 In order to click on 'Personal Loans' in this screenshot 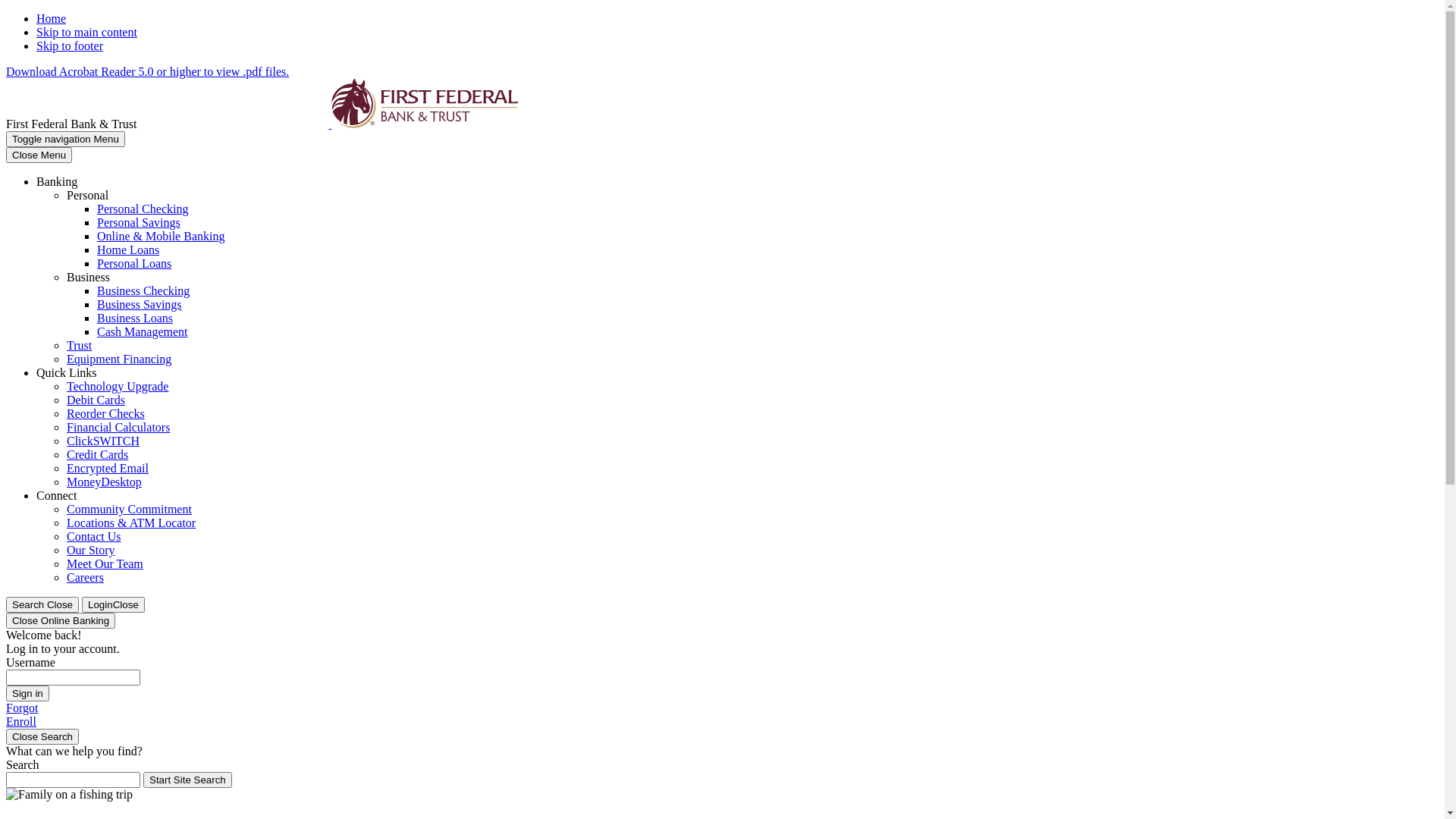, I will do `click(134, 262)`.